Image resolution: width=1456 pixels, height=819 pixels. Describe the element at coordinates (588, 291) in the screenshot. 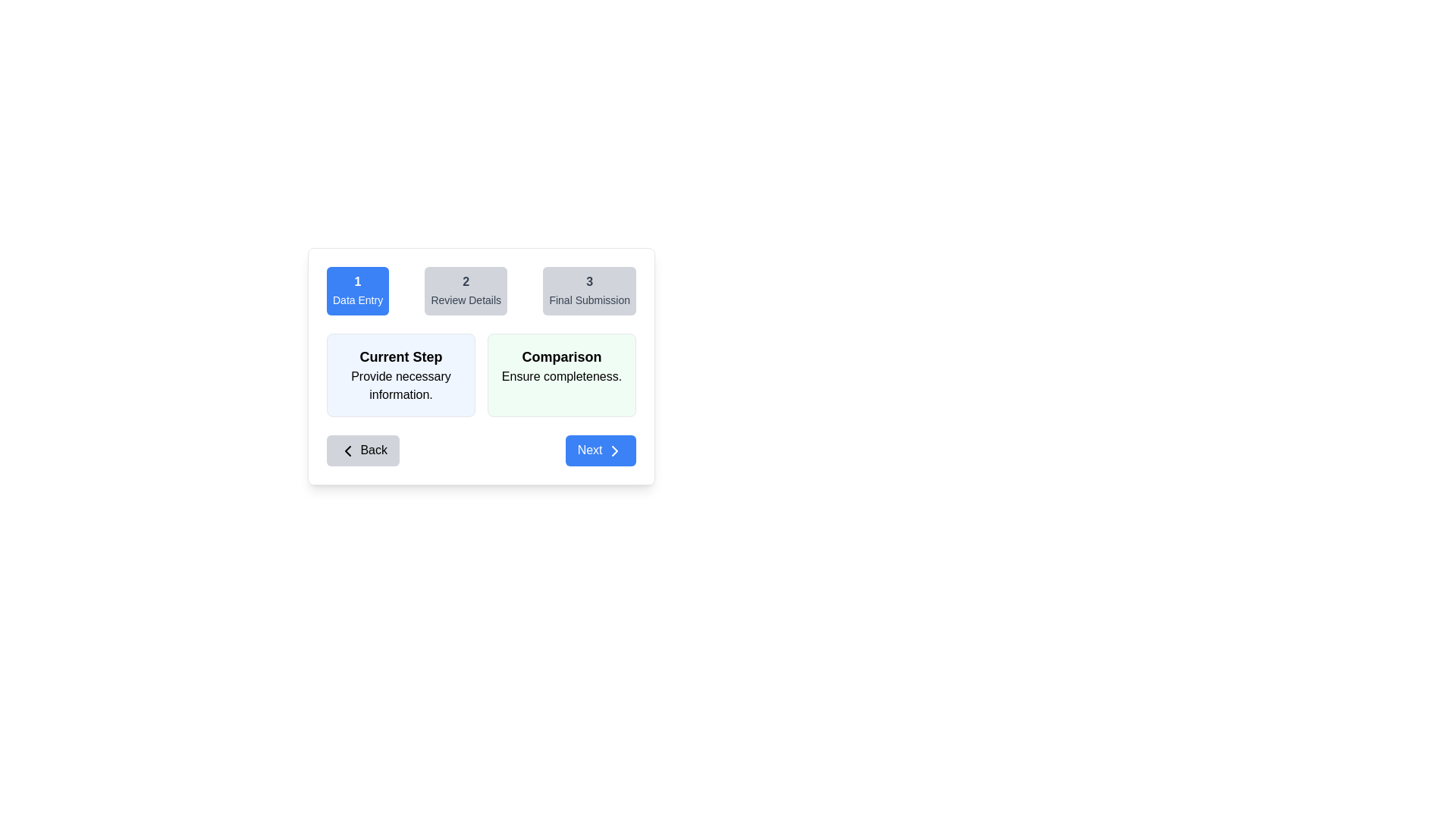

I see `the 'Final Submission' step indicator, which is the third button in a horizontal group of three buttons located in the top-right corner of the interface` at that location.